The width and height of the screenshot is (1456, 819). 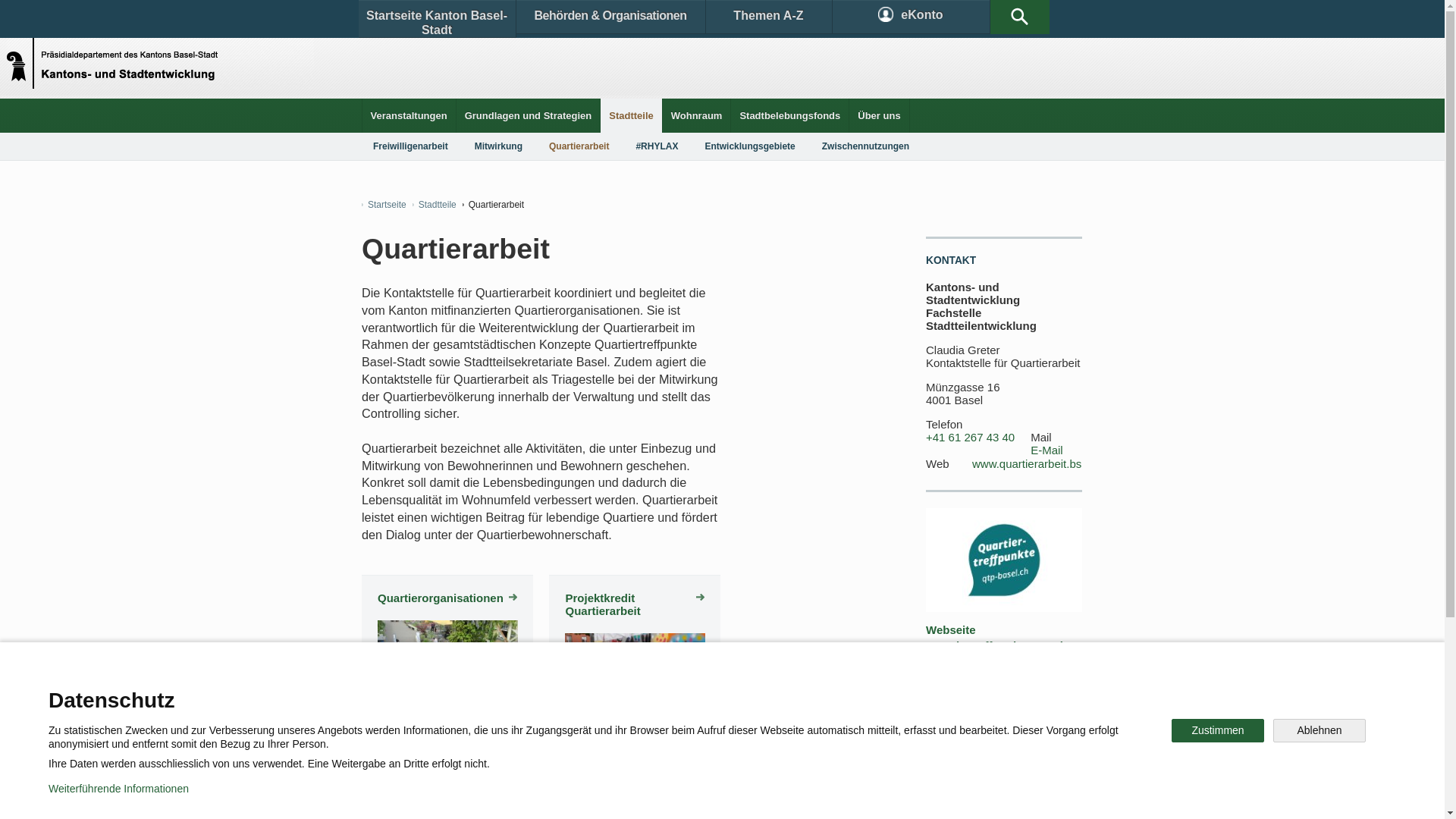 What do you see at coordinates (767, 17) in the screenshot?
I see `'Themen A-Z'` at bounding box center [767, 17].